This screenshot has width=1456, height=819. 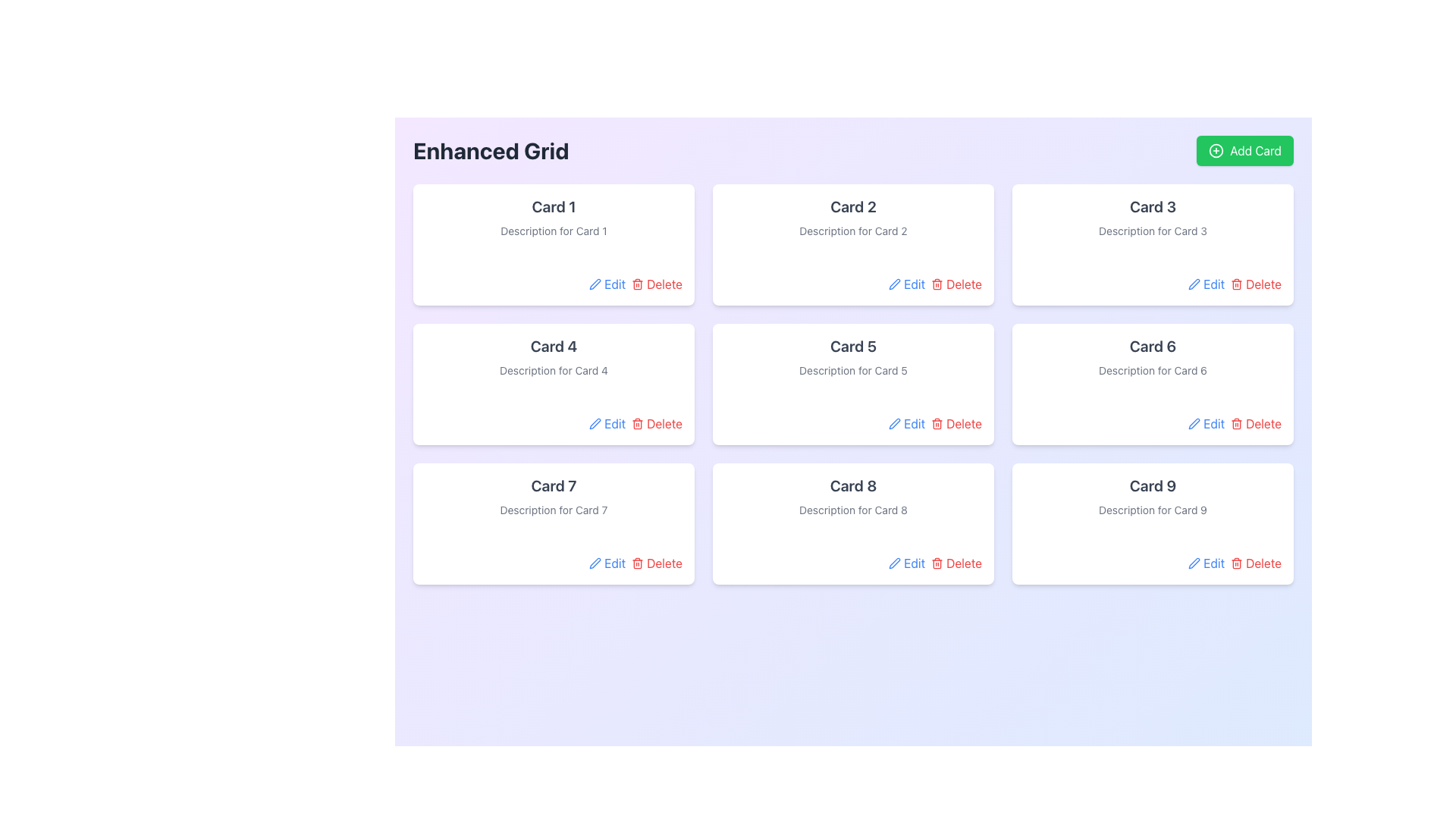 I want to click on the Text Label located below the header 'Card 6' in the sixth card of a grid layout, centered horizontally within the card, so click(x=1153, y=371).